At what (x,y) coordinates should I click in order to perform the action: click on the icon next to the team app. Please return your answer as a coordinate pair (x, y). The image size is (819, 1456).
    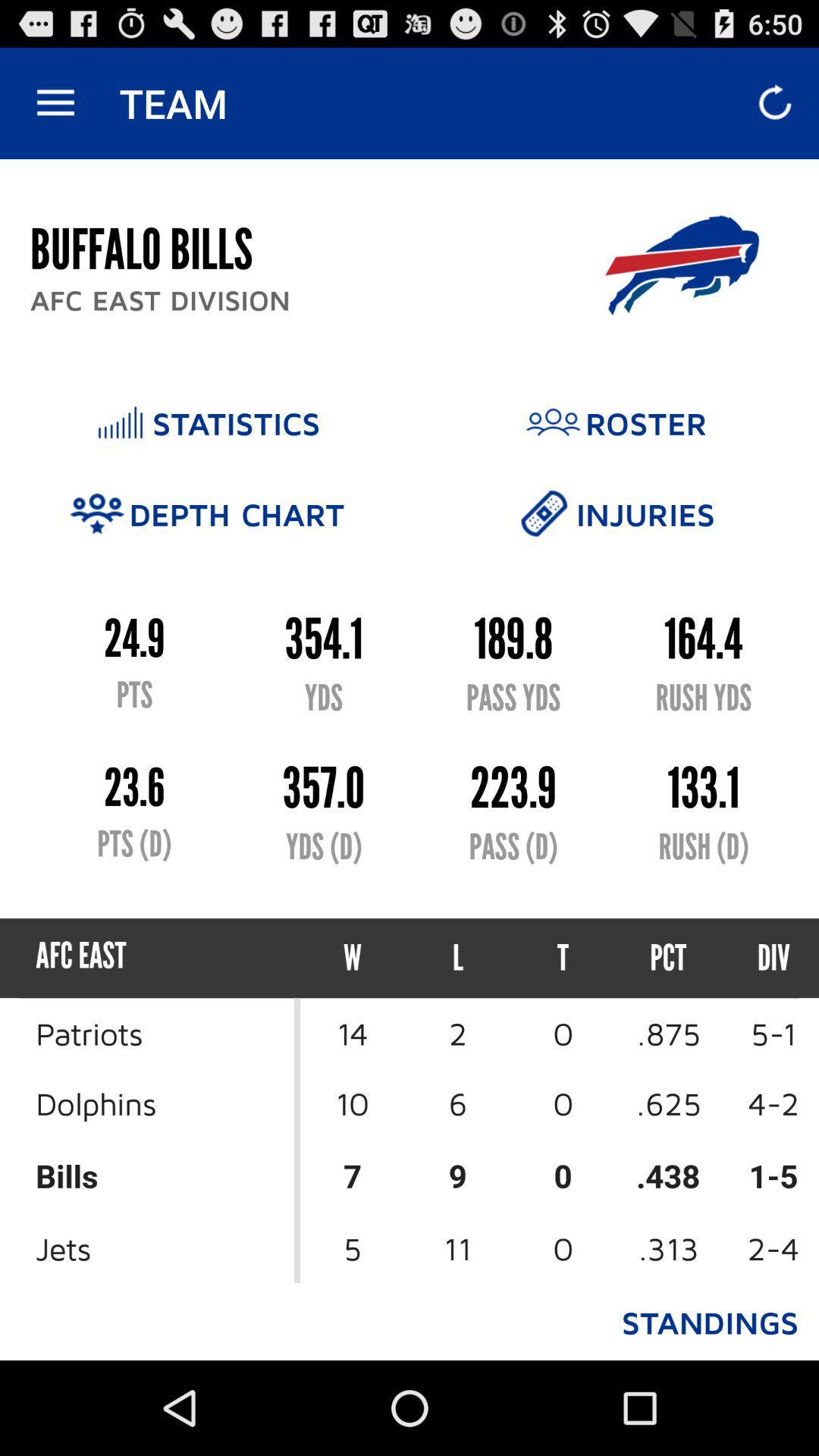
    Looking at the image, I should click on (55, 102).